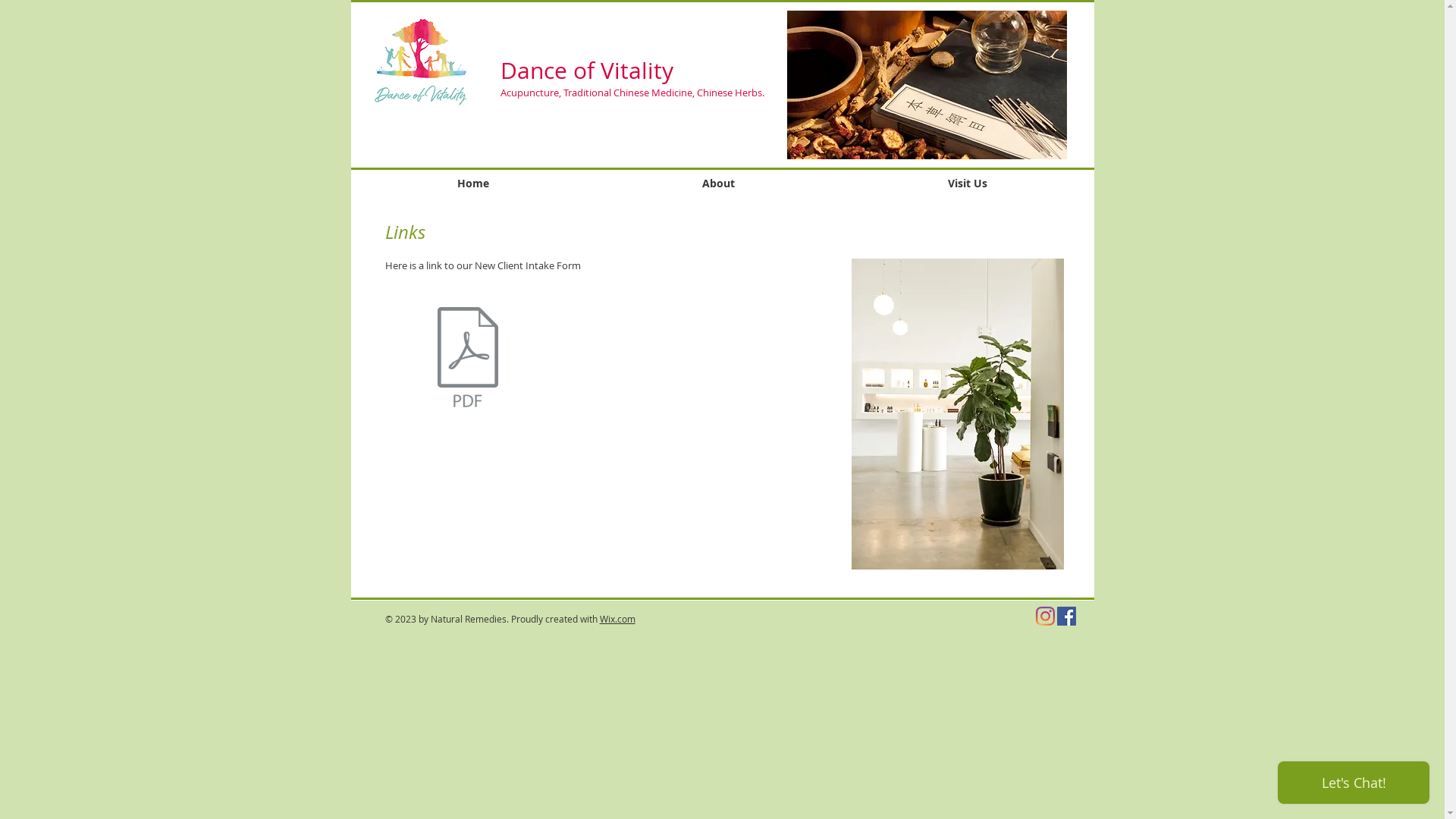 The width and height of the screenshot is (1456, 819). What do you see at coordinates (956, 414) in the screenshot?
I see `'pebbles 2'` at bounding box center [956, 414].